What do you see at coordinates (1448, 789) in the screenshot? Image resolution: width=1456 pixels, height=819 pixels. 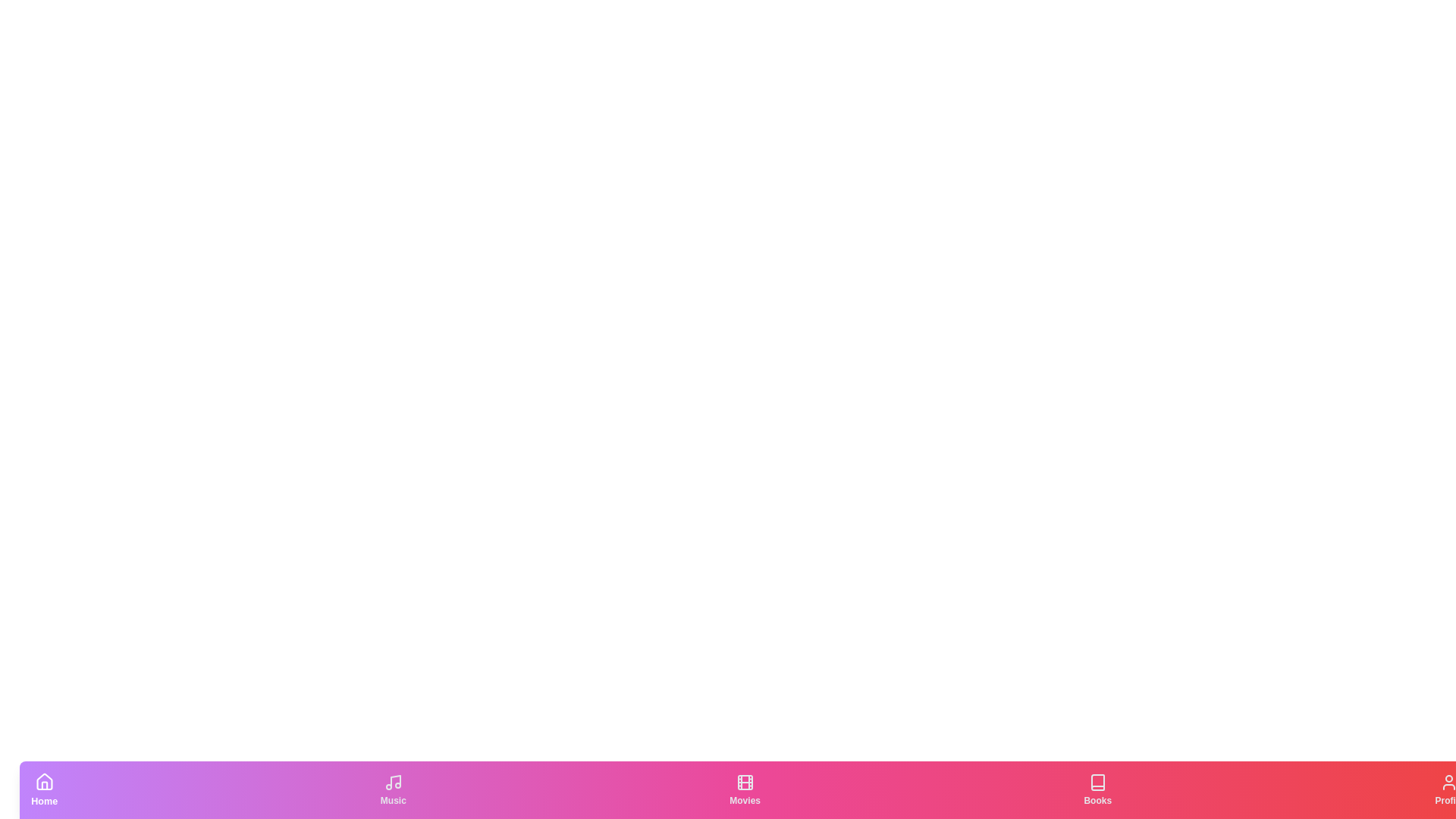 I see `the Profile tab` at bounding box center [1448, 789].